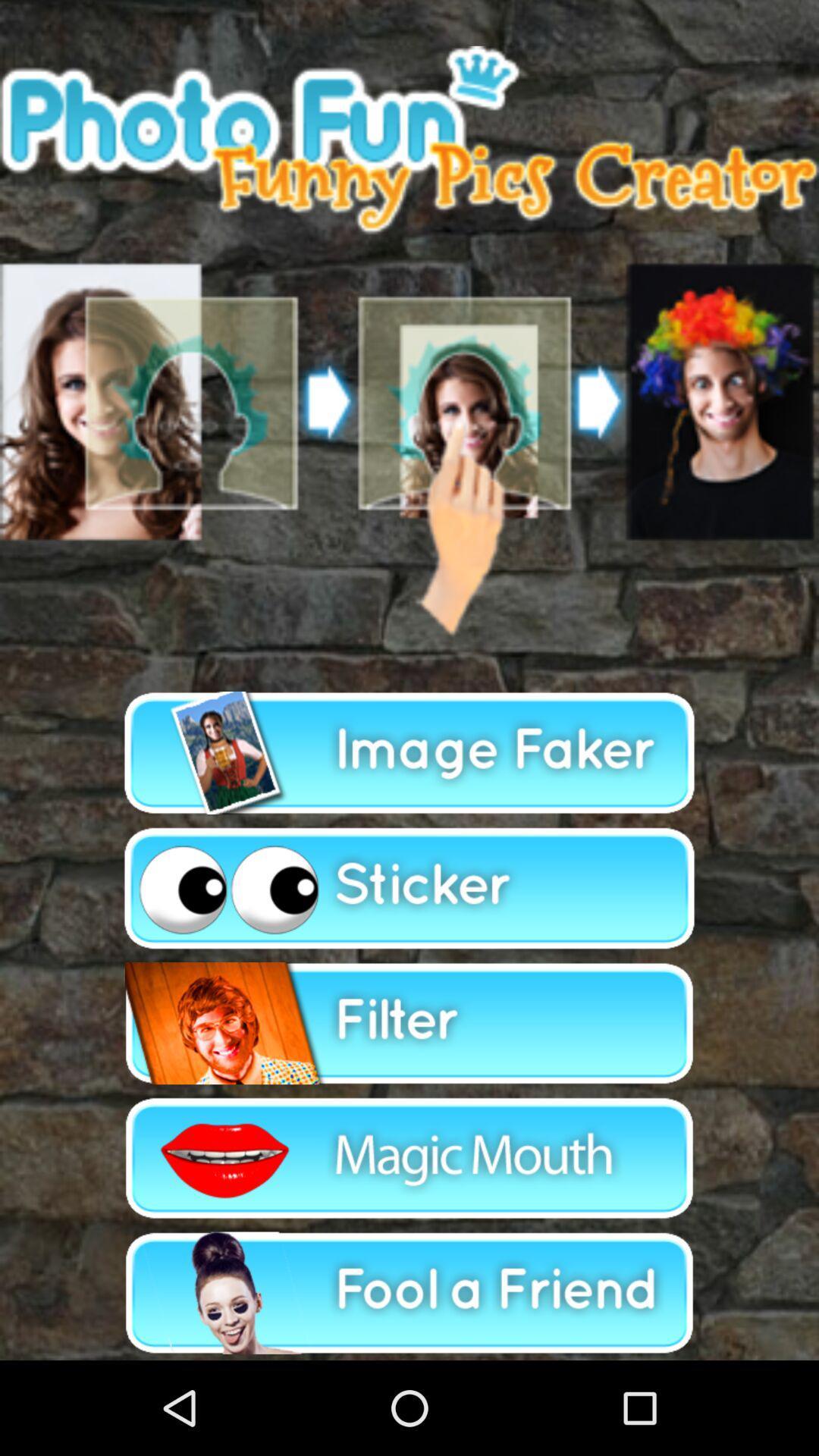 This screenshot has width=819, height=1456. I want to click on open fool a friend, so click(409, 1292).